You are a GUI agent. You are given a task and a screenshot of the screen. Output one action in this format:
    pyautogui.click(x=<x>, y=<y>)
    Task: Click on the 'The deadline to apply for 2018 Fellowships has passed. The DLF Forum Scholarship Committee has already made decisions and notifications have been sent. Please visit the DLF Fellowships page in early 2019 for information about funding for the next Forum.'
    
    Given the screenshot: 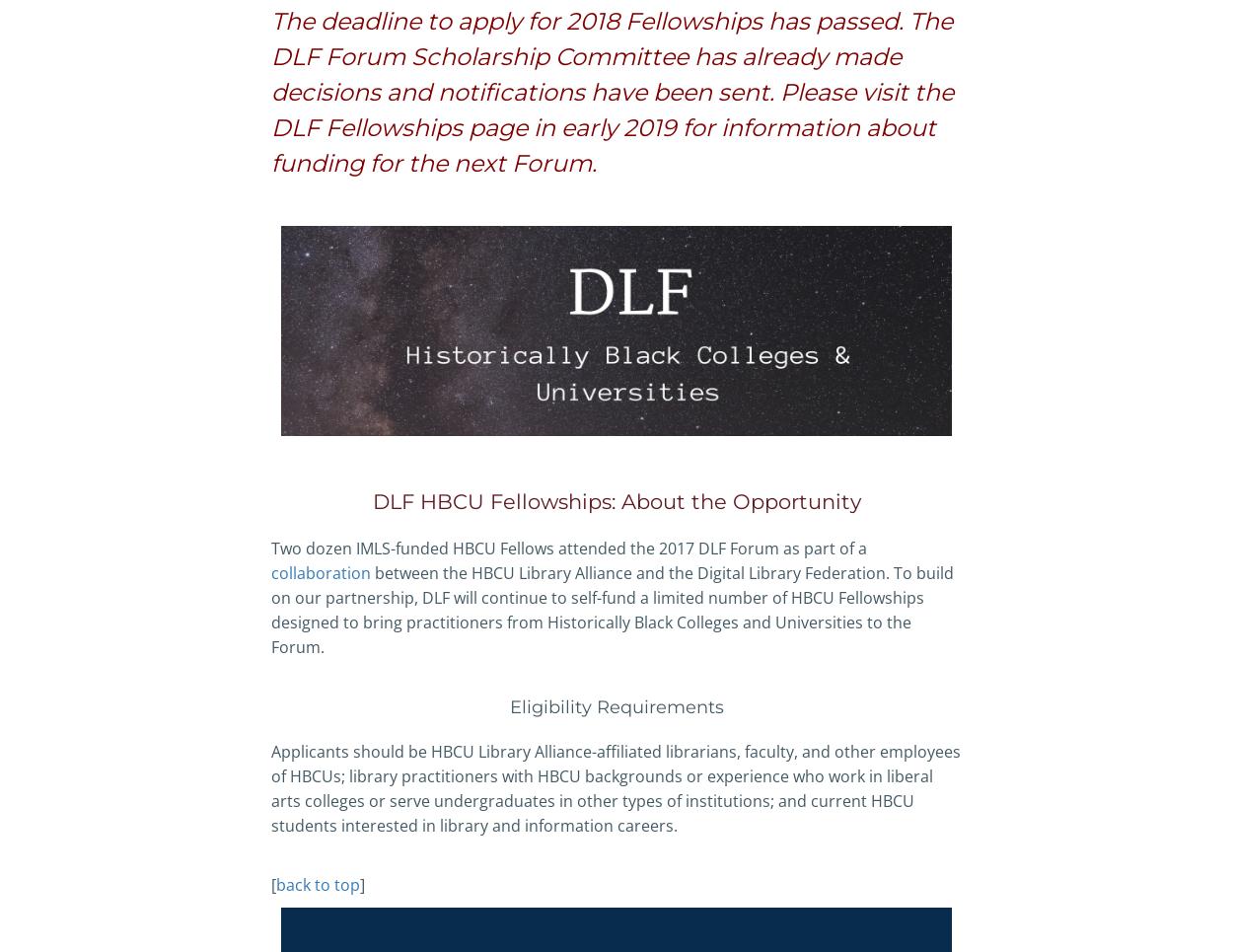 What is the action you would take?
    pyautogui.click(x=612, y=91)
    